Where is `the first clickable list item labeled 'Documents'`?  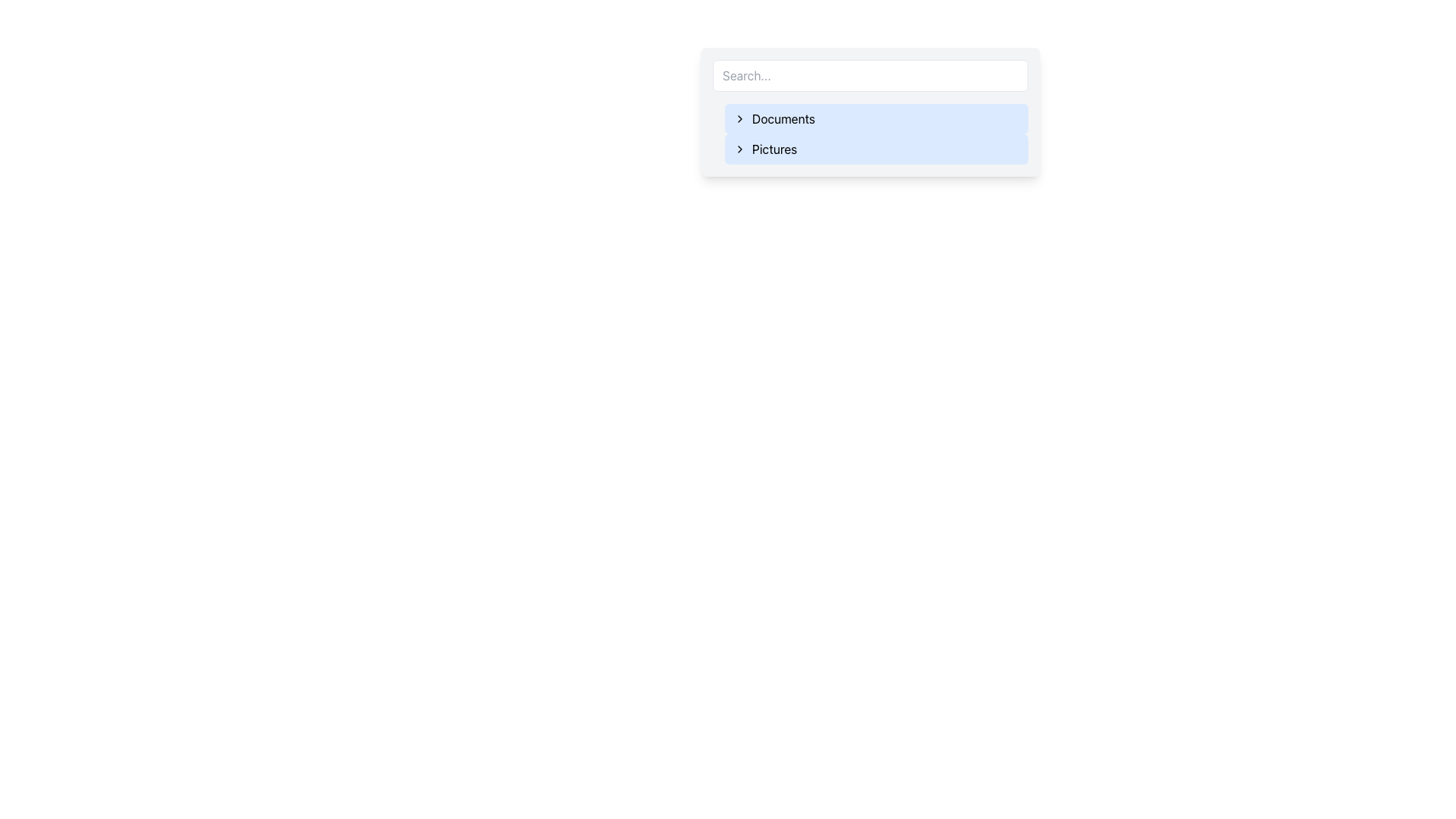 the first clickable list item labeled 'Documents' is located at coordinates (877, 118).